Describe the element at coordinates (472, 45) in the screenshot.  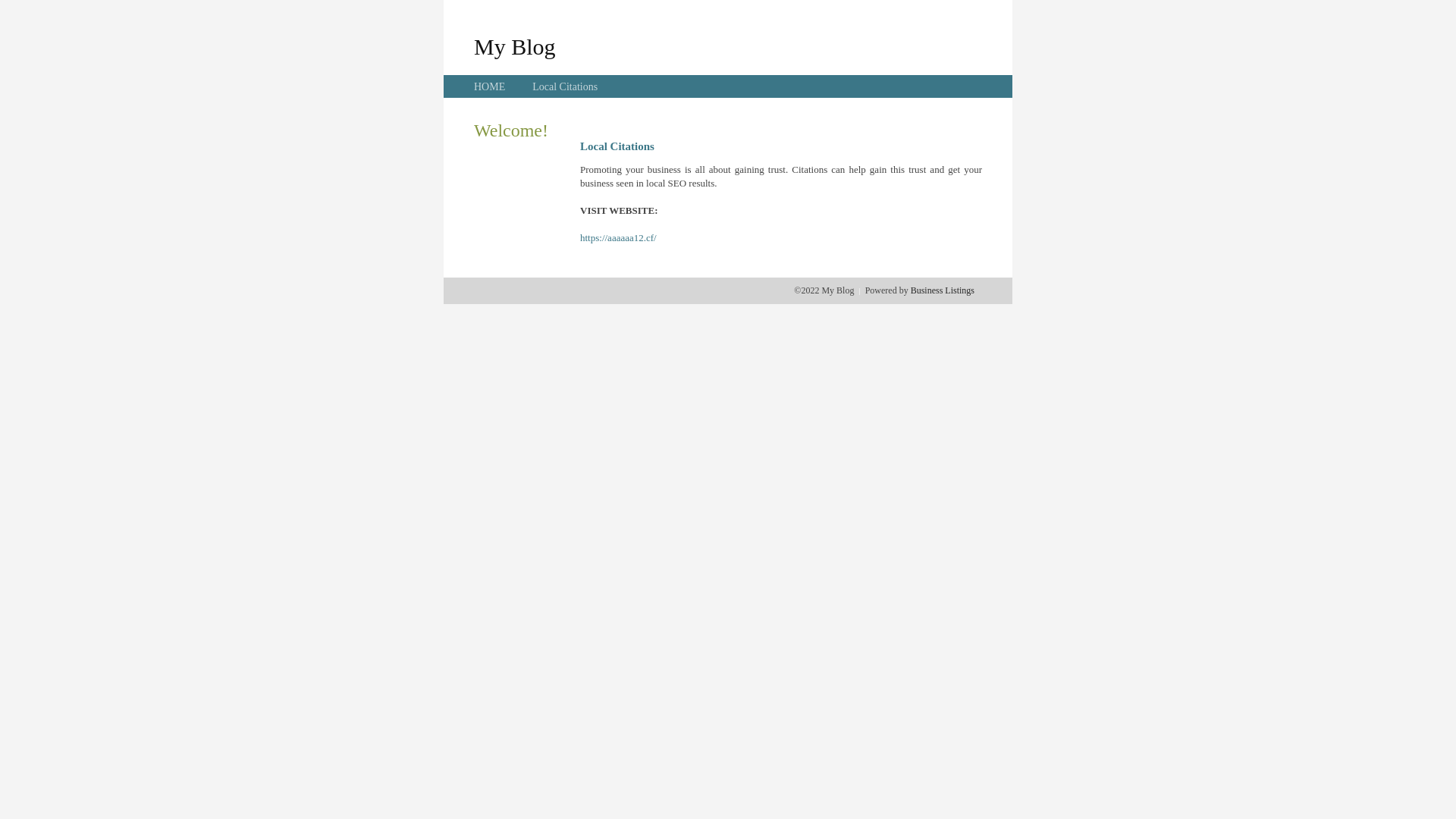
I see `'My Blog'` at that location.